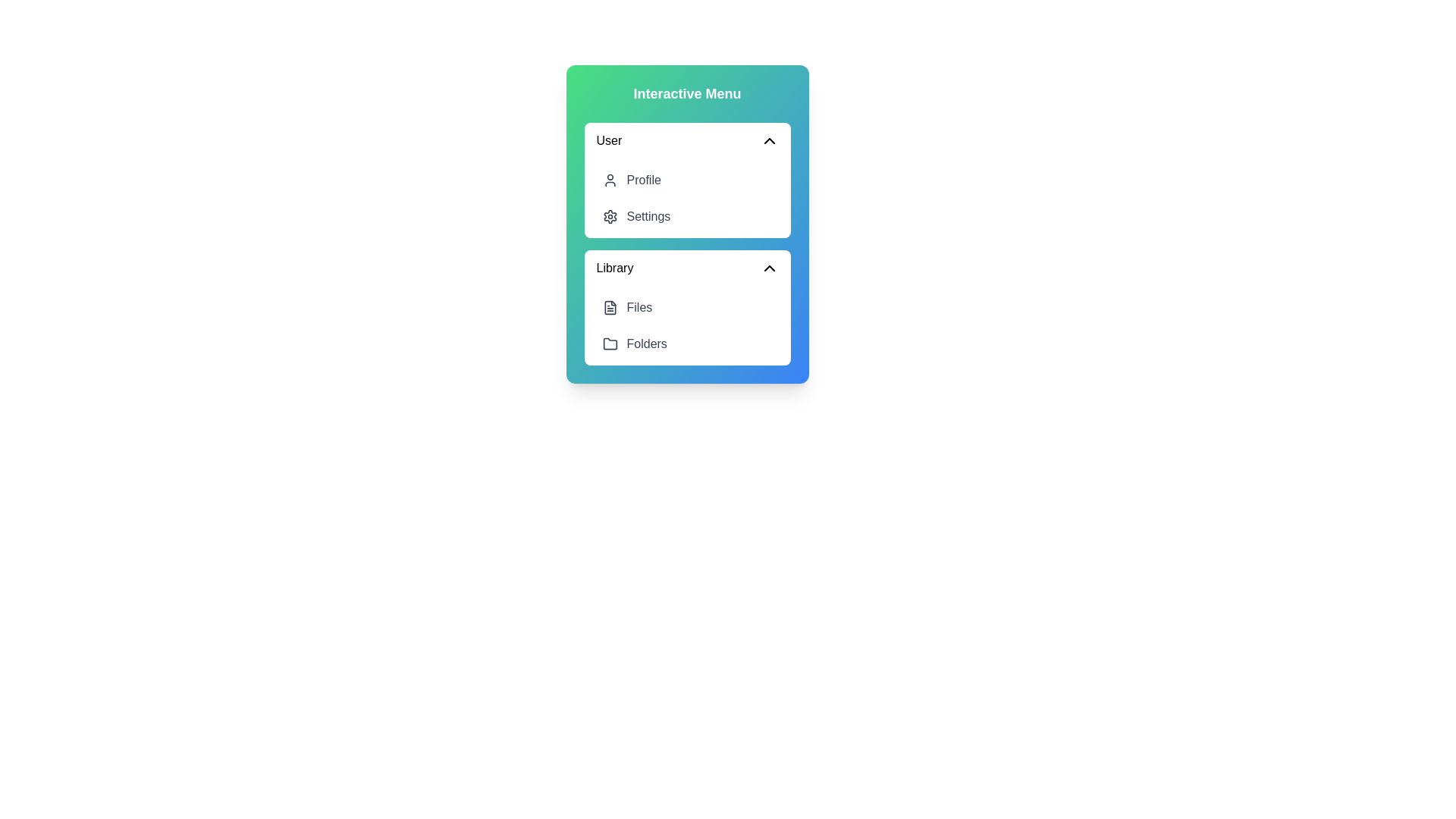 The height and width of the screenshot is (819, 1456). I want to click on the menu item Library to observe its hover style, so click(686, 268).